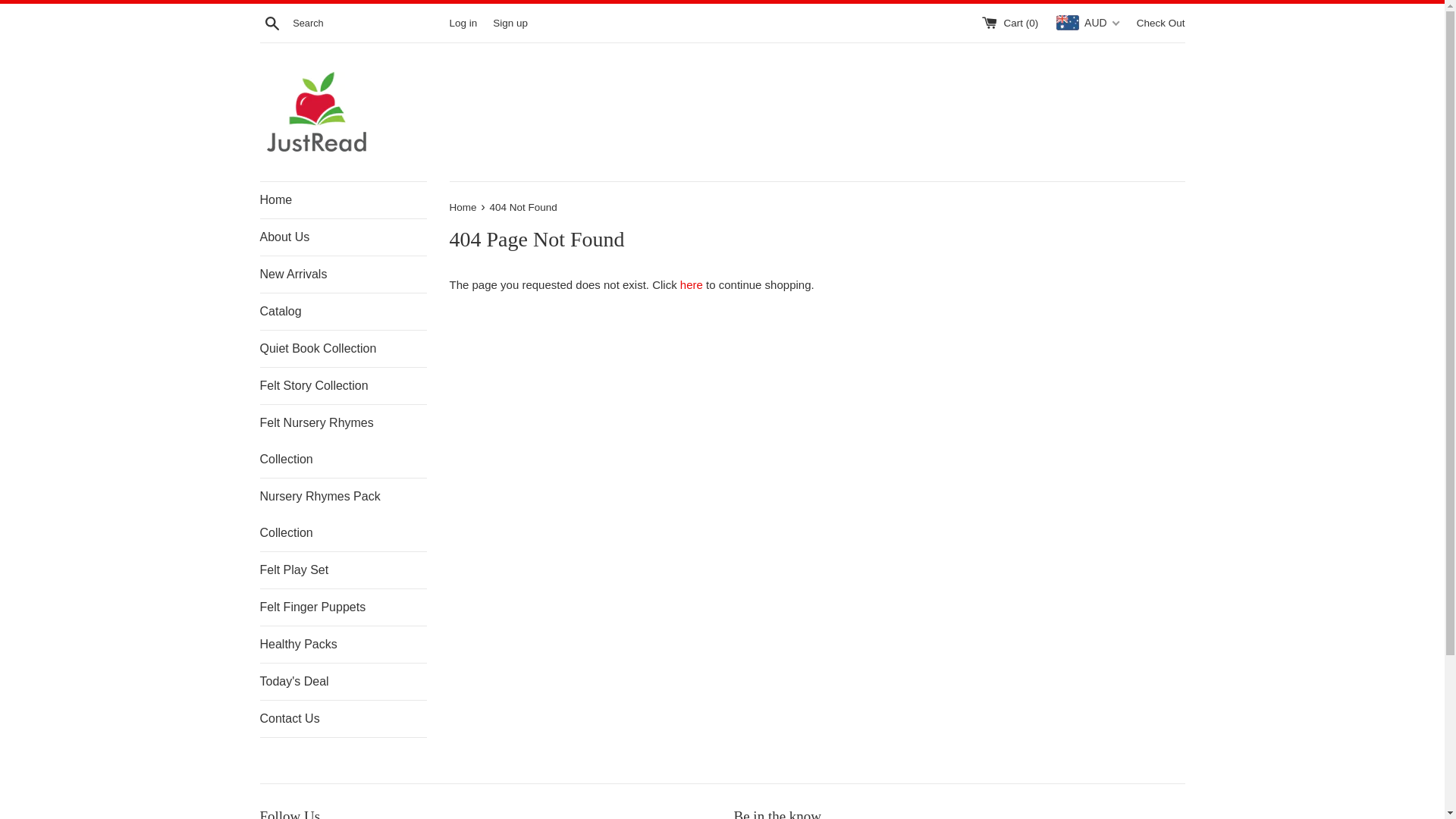 The height and width of the screenshot is (819, 1456). Describe the element at coordinates (341, 570) in the screenshot. I see `'Felt Play Set'` at that location.